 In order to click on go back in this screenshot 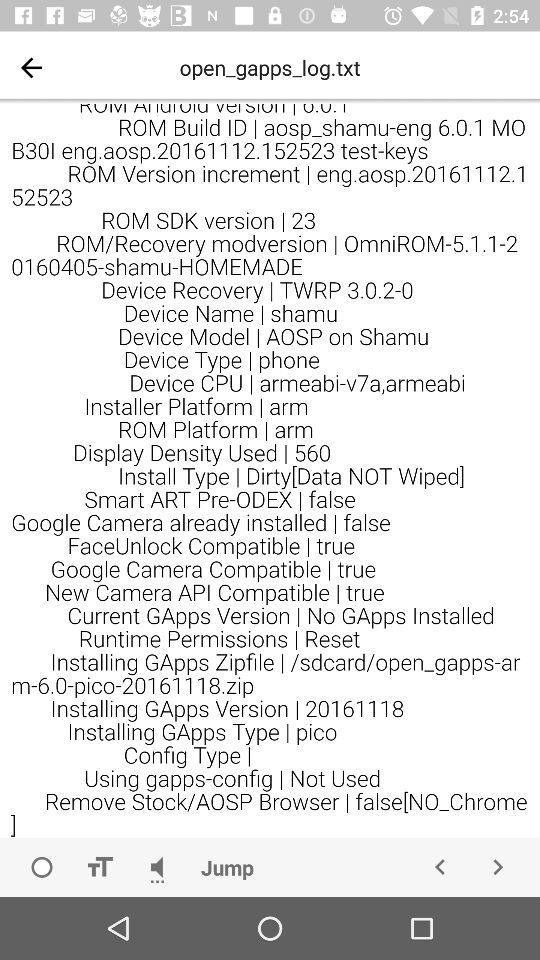, I will do `click(30, 67)`.